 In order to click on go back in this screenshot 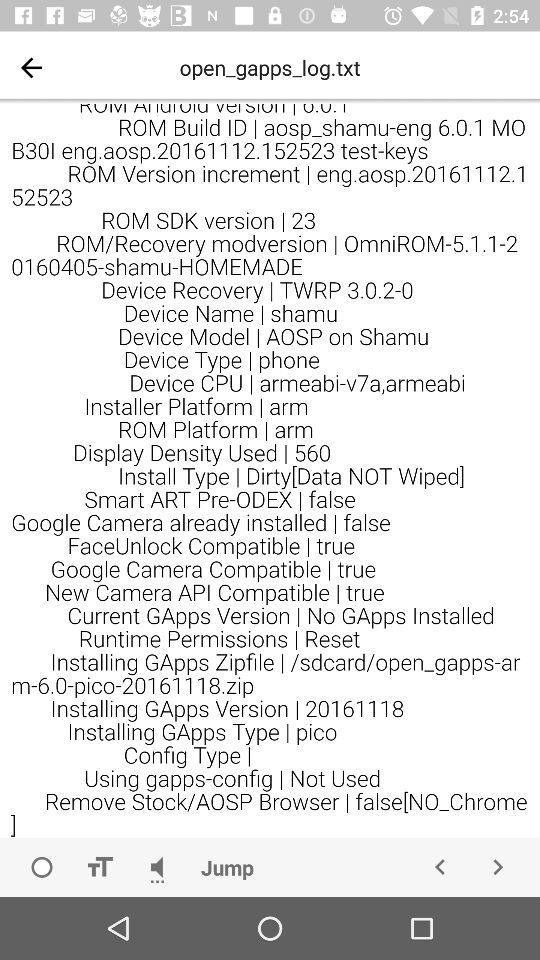, I will do `click(30, 67)`.